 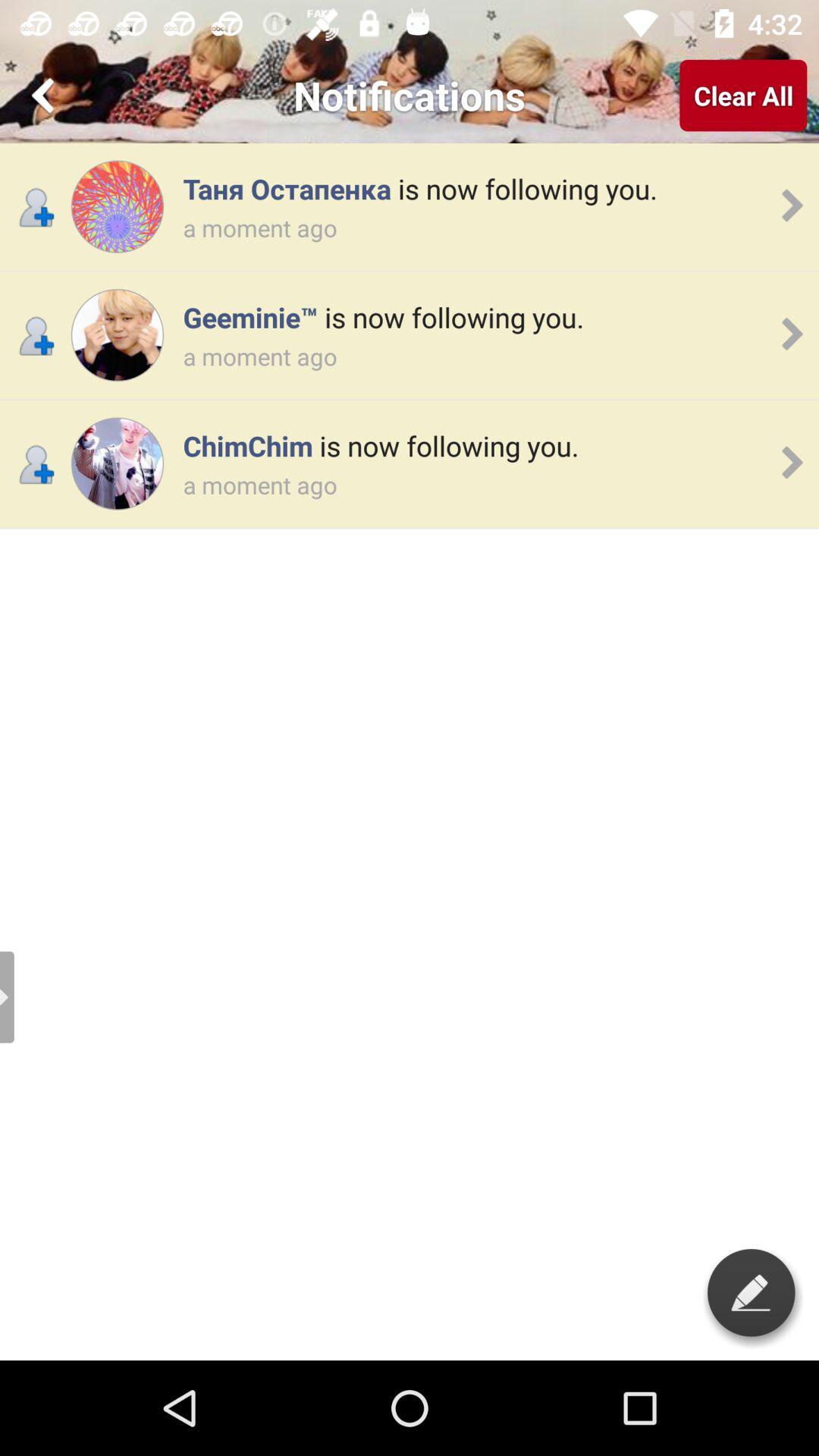 What do you see at coordinates (751, 1291) in the screenshot?
I see `write a message` at bounding box center [751, 1291].